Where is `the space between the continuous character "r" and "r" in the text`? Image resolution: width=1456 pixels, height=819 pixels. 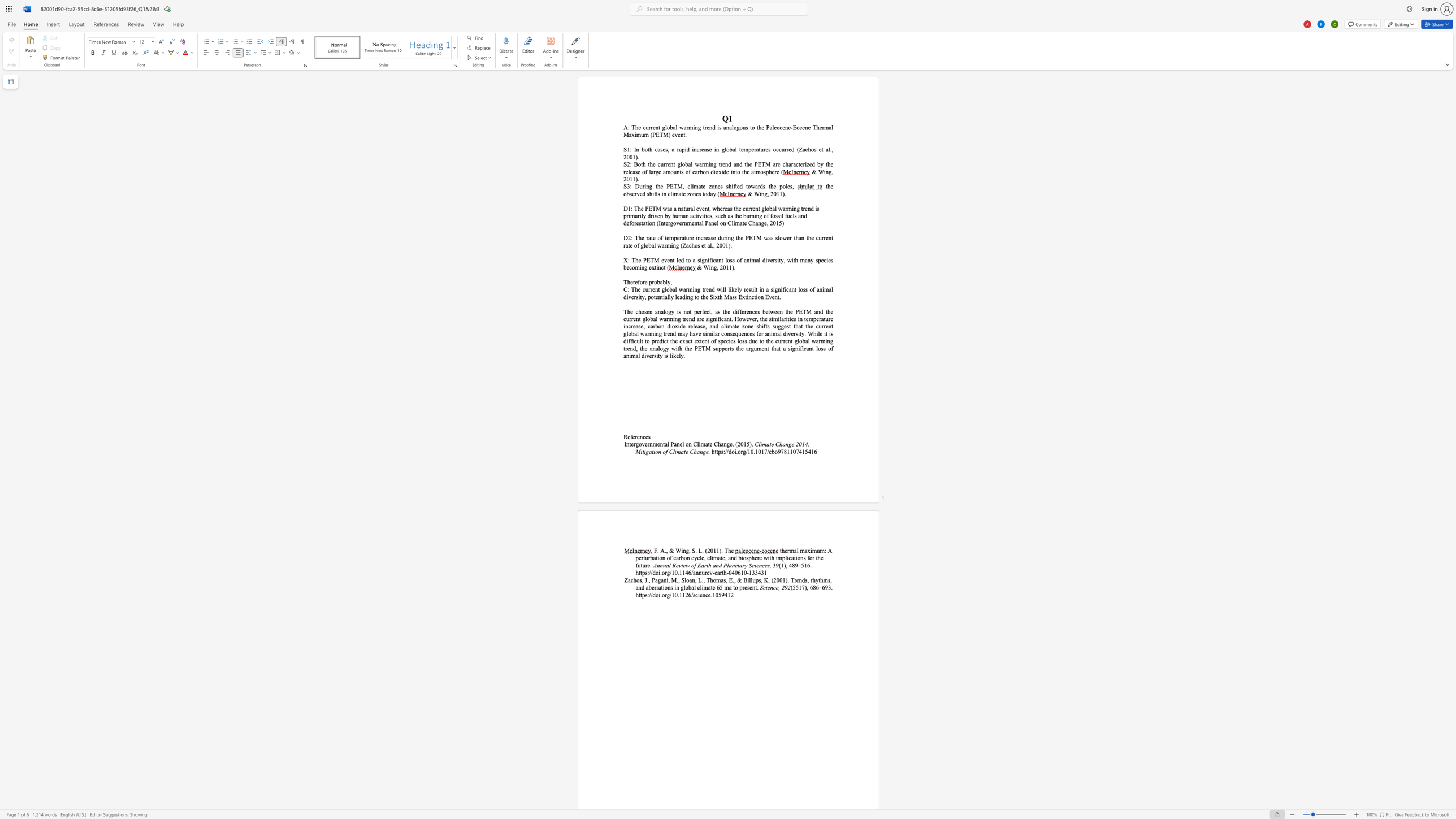 the space between the continuous character "r" and "r" in the text is located at coordinates (650, 127).